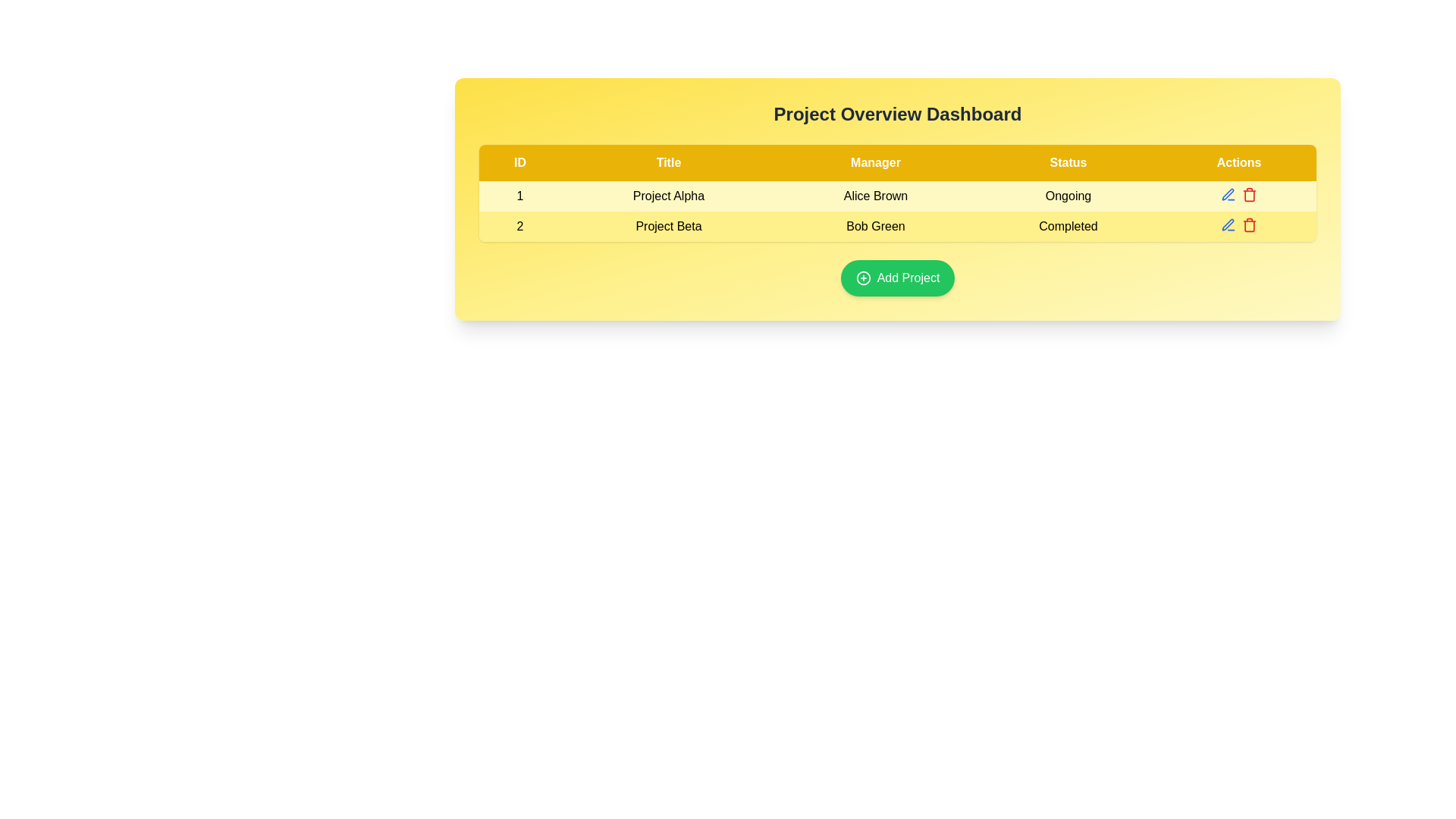 The height and width of the screenshot is (819, 1456). Describe the element at coordinates (898, 195) in the screenshot. I see `the first row of the table representing 'Project Alpha', which includes details like its manager and status` at that location.